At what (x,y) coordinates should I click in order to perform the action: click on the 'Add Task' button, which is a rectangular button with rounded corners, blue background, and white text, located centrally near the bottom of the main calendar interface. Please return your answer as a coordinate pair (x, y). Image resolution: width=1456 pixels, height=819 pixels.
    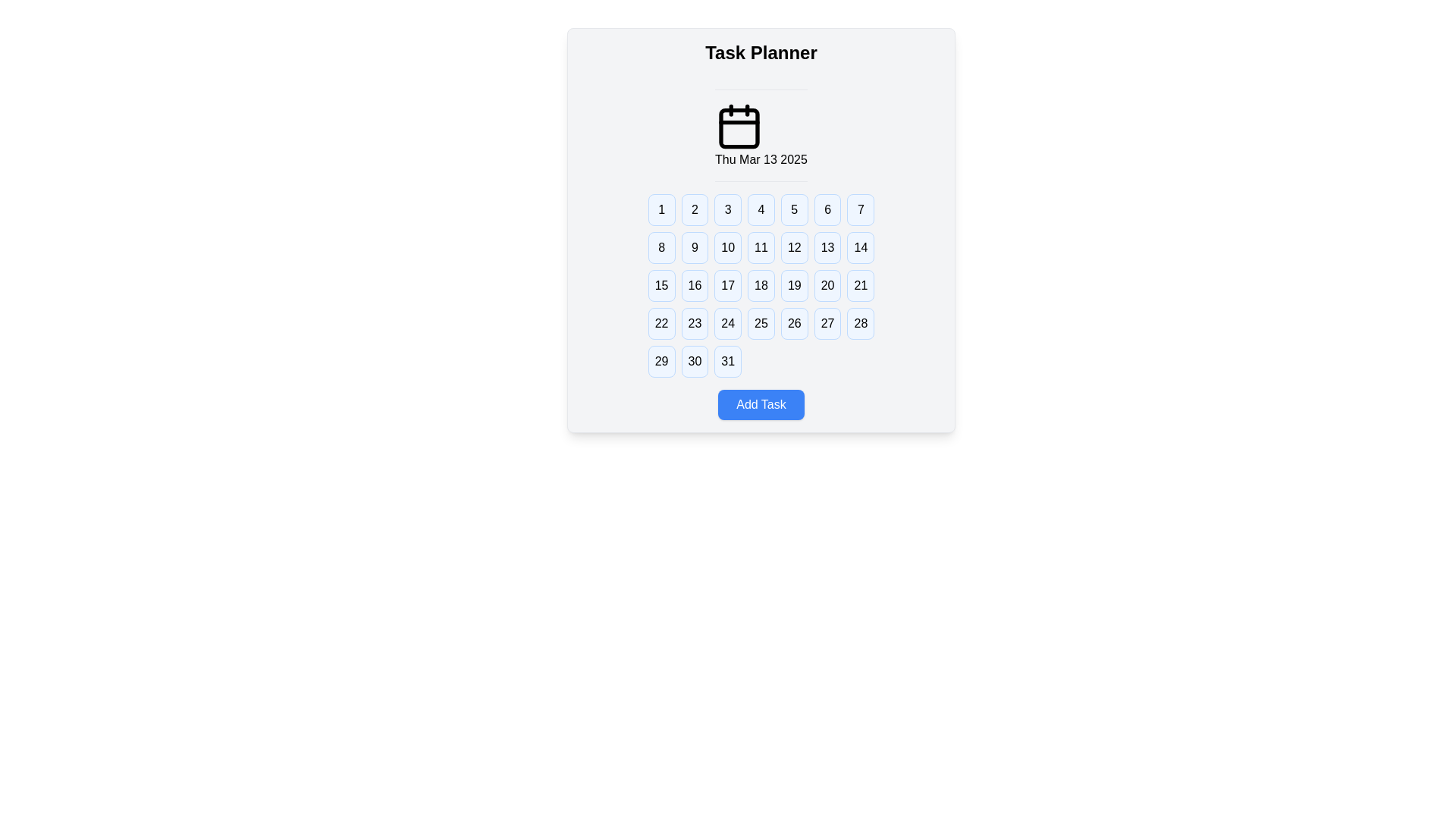
    Looking at the image, I should click on (761, 403).